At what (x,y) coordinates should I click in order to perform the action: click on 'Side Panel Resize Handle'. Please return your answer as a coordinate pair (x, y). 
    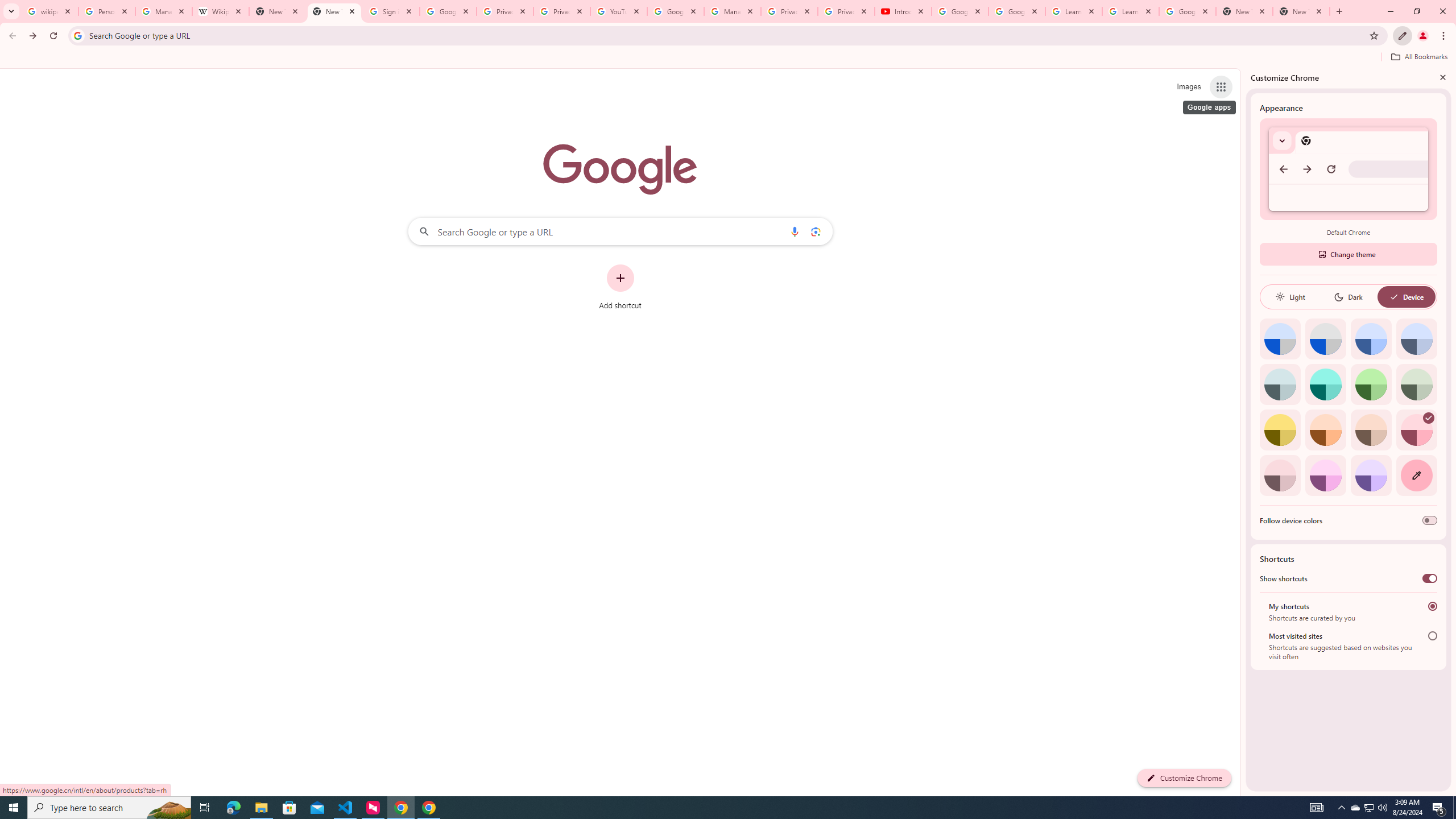
    Looking at the image, I should click on (1243, 431).